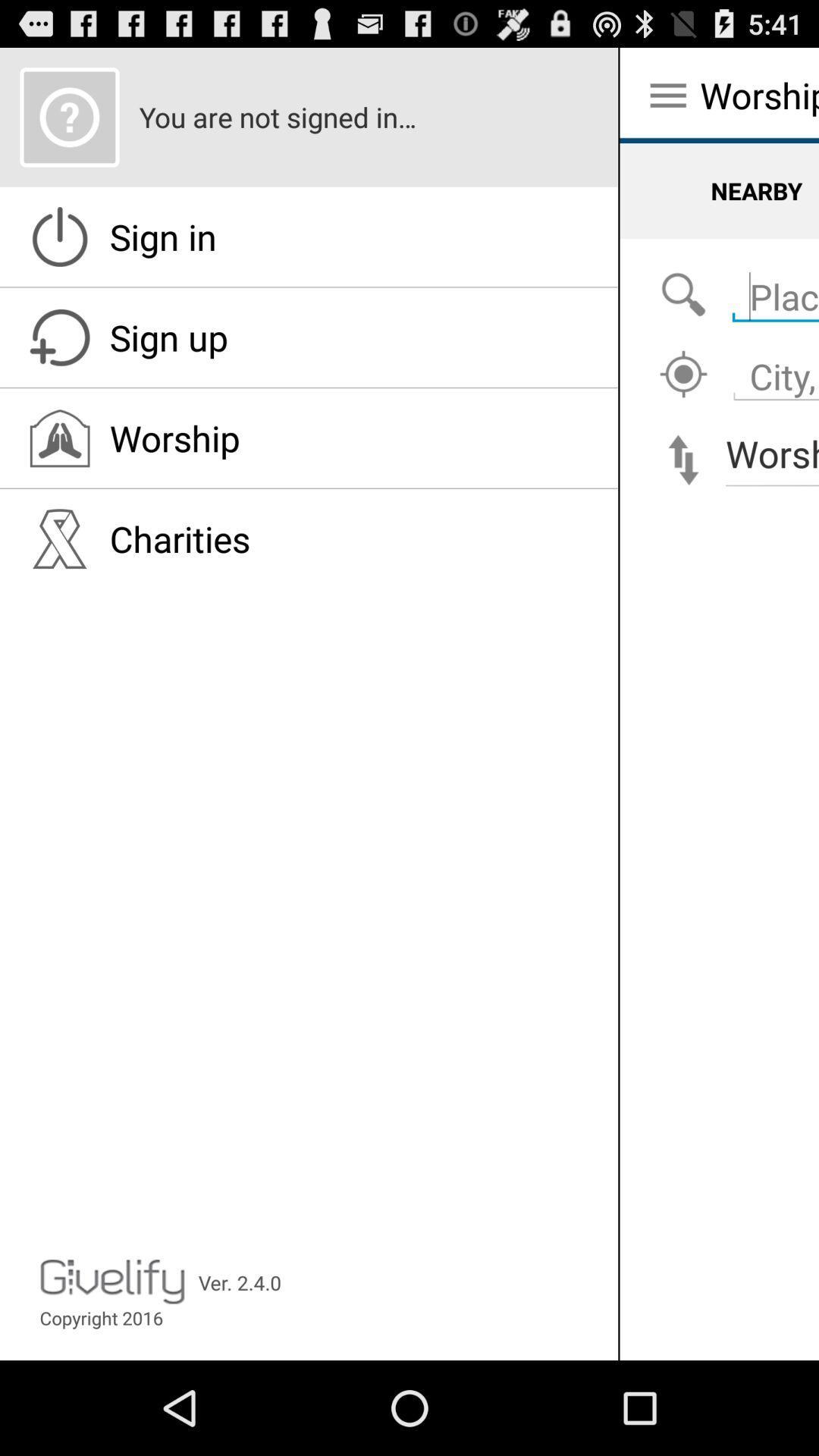 The image size is (819, 1456). I want to click on search, so click(683, 295).